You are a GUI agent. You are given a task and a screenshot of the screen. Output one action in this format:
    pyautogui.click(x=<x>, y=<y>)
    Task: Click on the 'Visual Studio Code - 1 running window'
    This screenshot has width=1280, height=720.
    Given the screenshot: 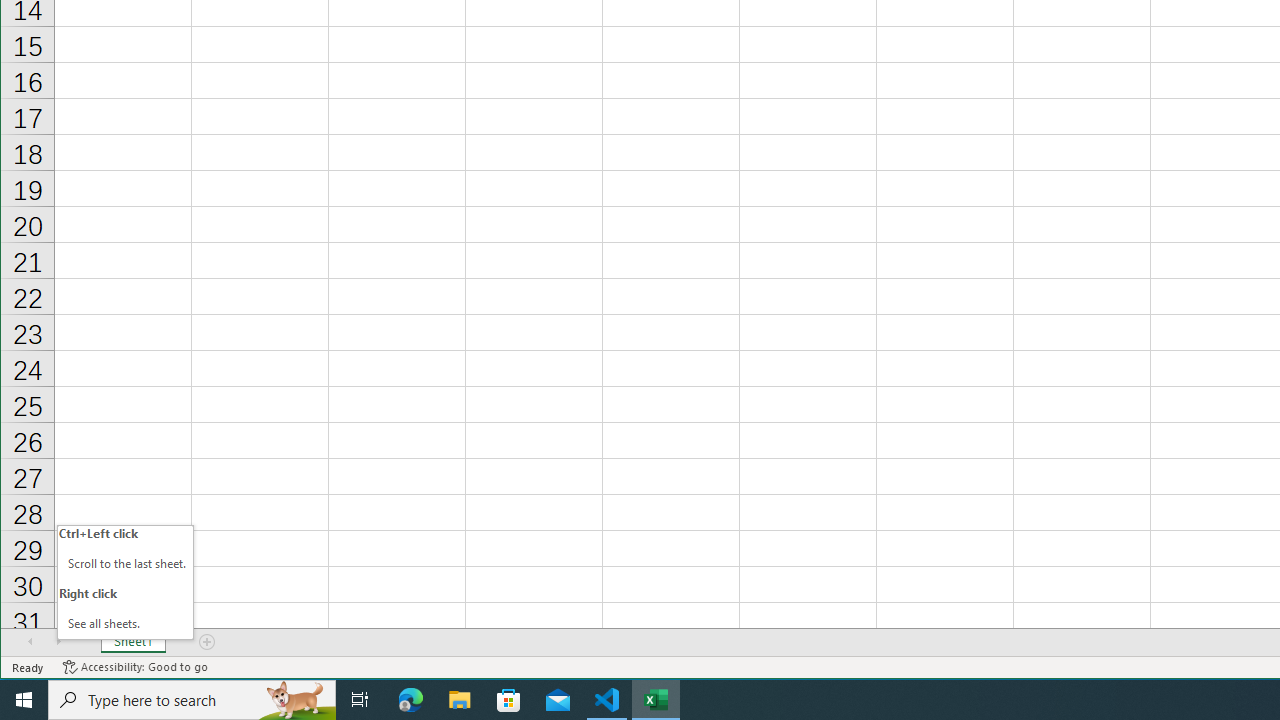 What is the action you would take?
    pyautogui.click(x=606, y=698)
    